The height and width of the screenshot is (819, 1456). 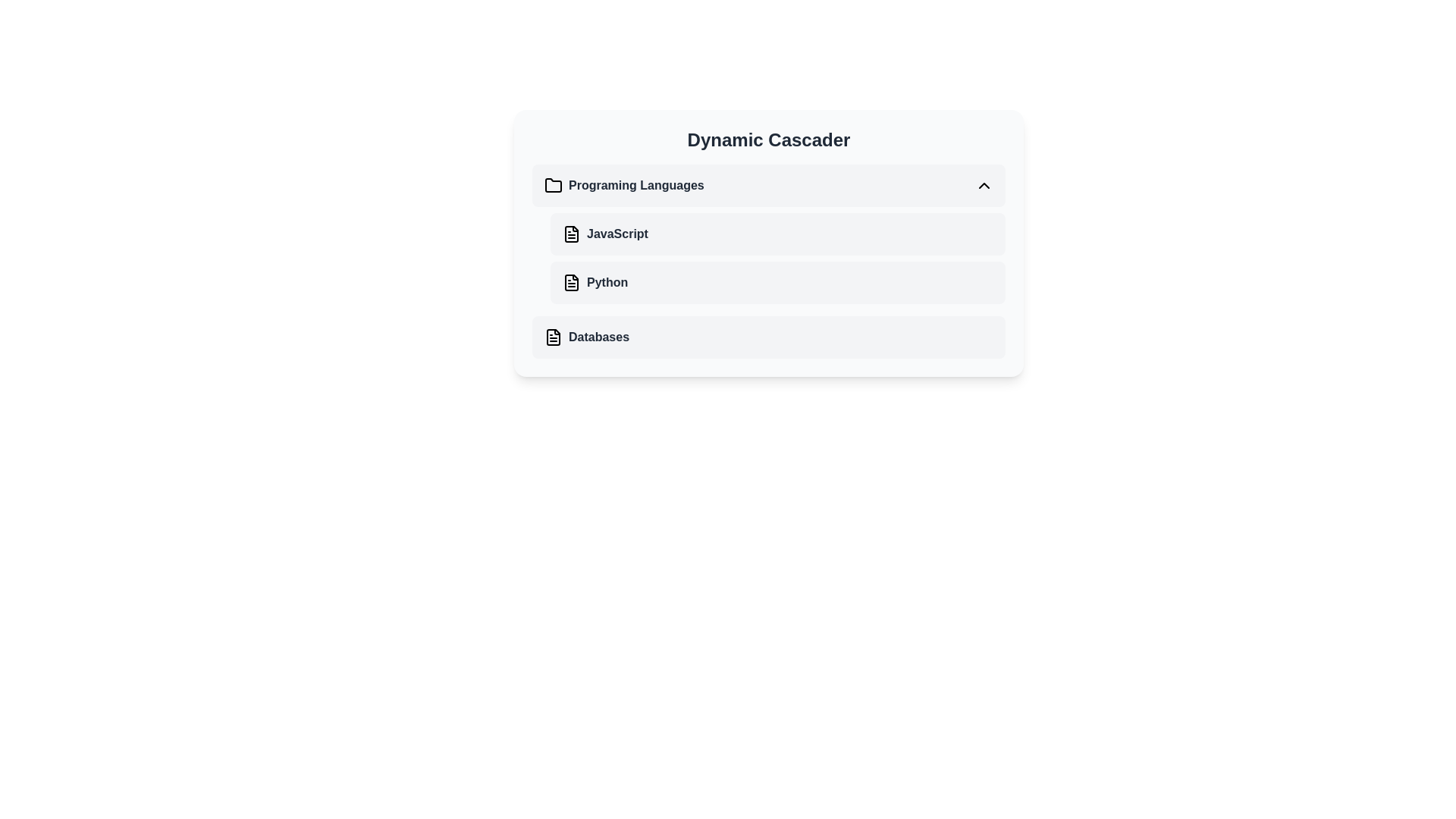 What do you see at coordinates (552, 185) in the screenshot?
I see `the folder icon, which is outlined with black strokes on a white background and positioned to the left of the text 'Programming Languages'` at bounding box center [552, 185].